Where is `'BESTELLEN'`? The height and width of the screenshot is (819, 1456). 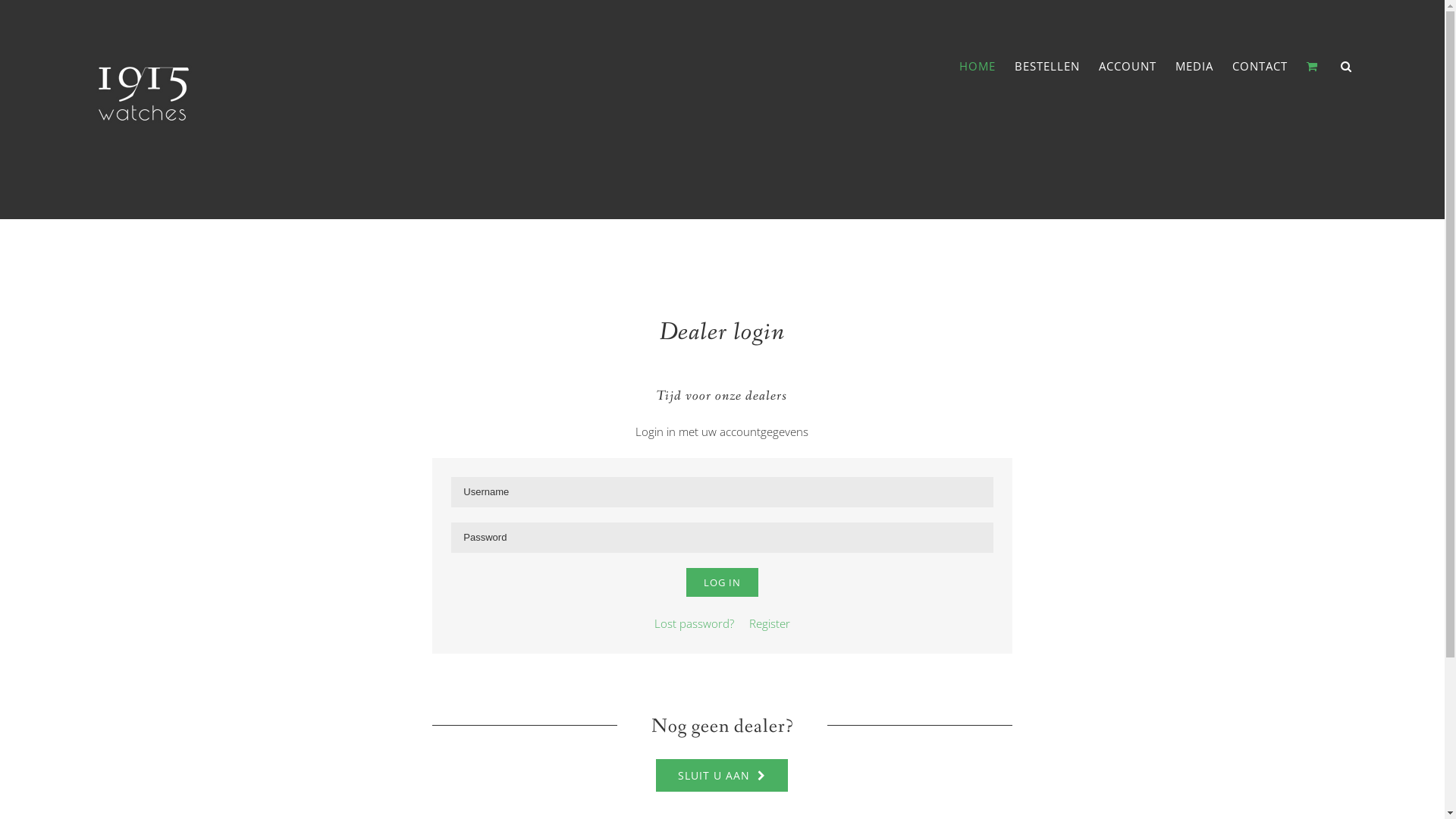 'BESTELLEN' is located at coordinates (1046, 65).